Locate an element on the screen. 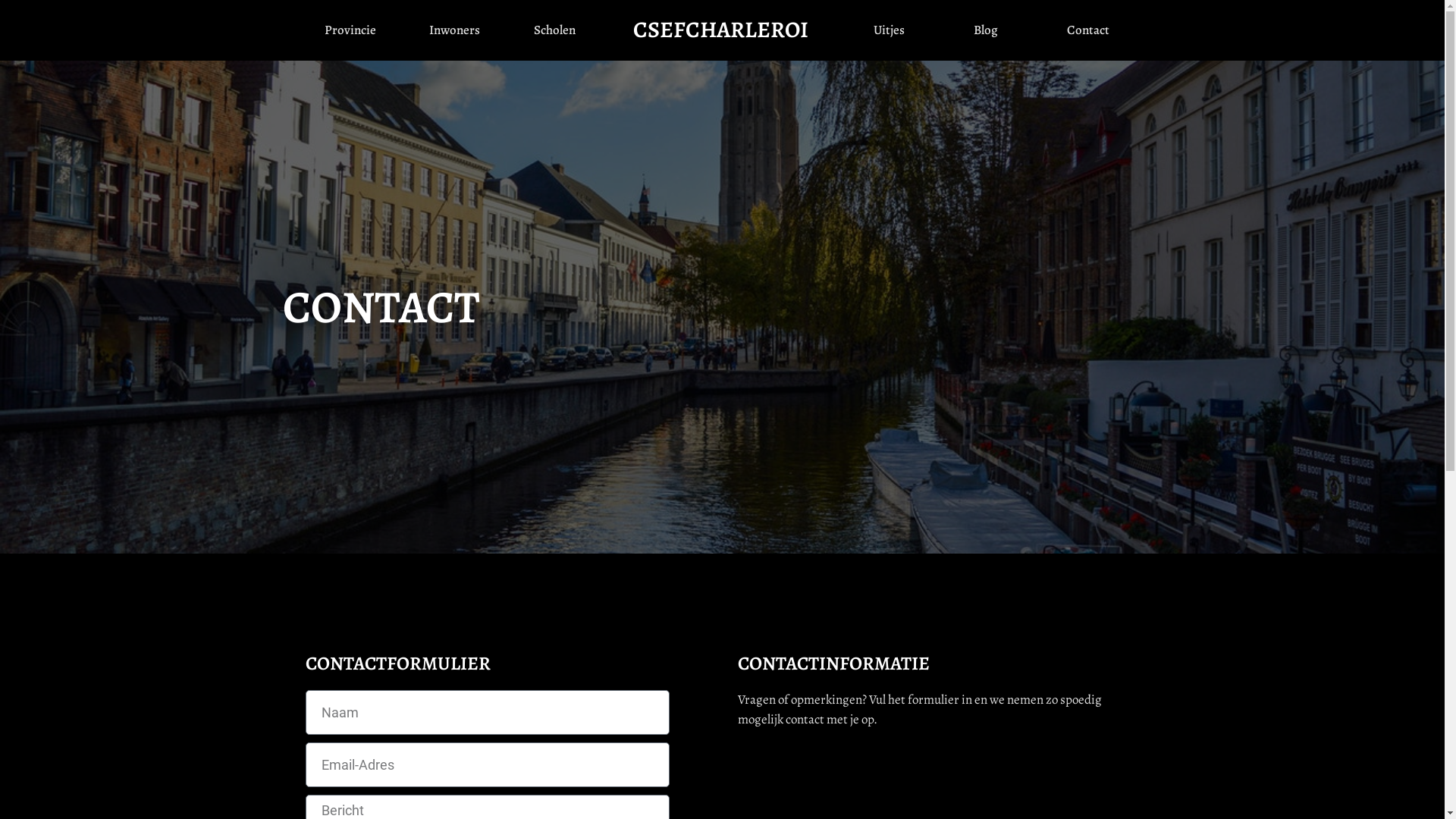 The width and height of the screenshot is (1456, 819). 'CSEFCHARLEROI' is located at coordinates (720, 29).